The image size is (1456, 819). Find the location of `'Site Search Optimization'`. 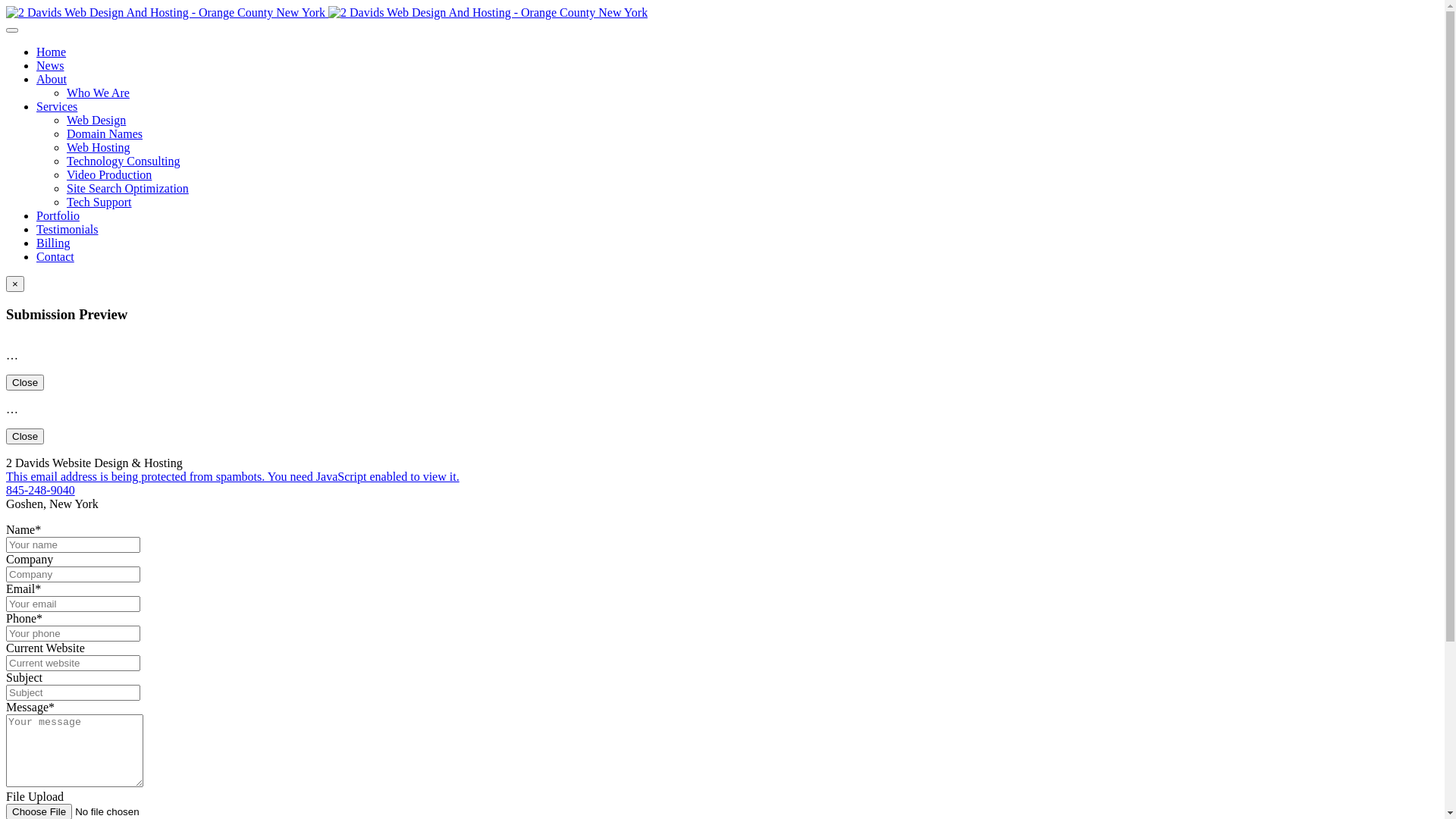

'Site Search Optimization' is located at coordinates (127, 187).